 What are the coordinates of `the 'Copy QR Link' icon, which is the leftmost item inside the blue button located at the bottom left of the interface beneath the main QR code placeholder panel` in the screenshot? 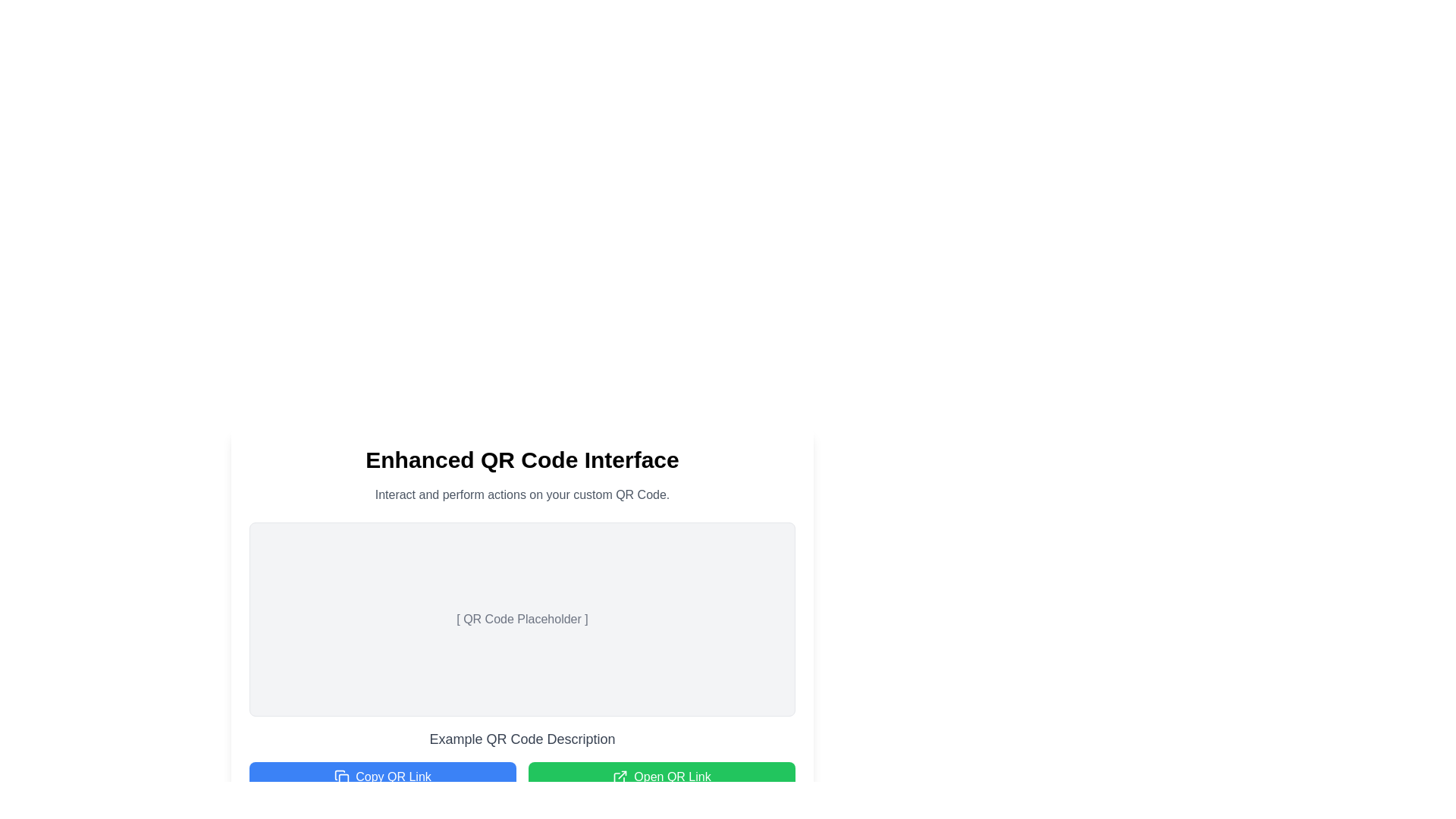 It's located at (341, 777).